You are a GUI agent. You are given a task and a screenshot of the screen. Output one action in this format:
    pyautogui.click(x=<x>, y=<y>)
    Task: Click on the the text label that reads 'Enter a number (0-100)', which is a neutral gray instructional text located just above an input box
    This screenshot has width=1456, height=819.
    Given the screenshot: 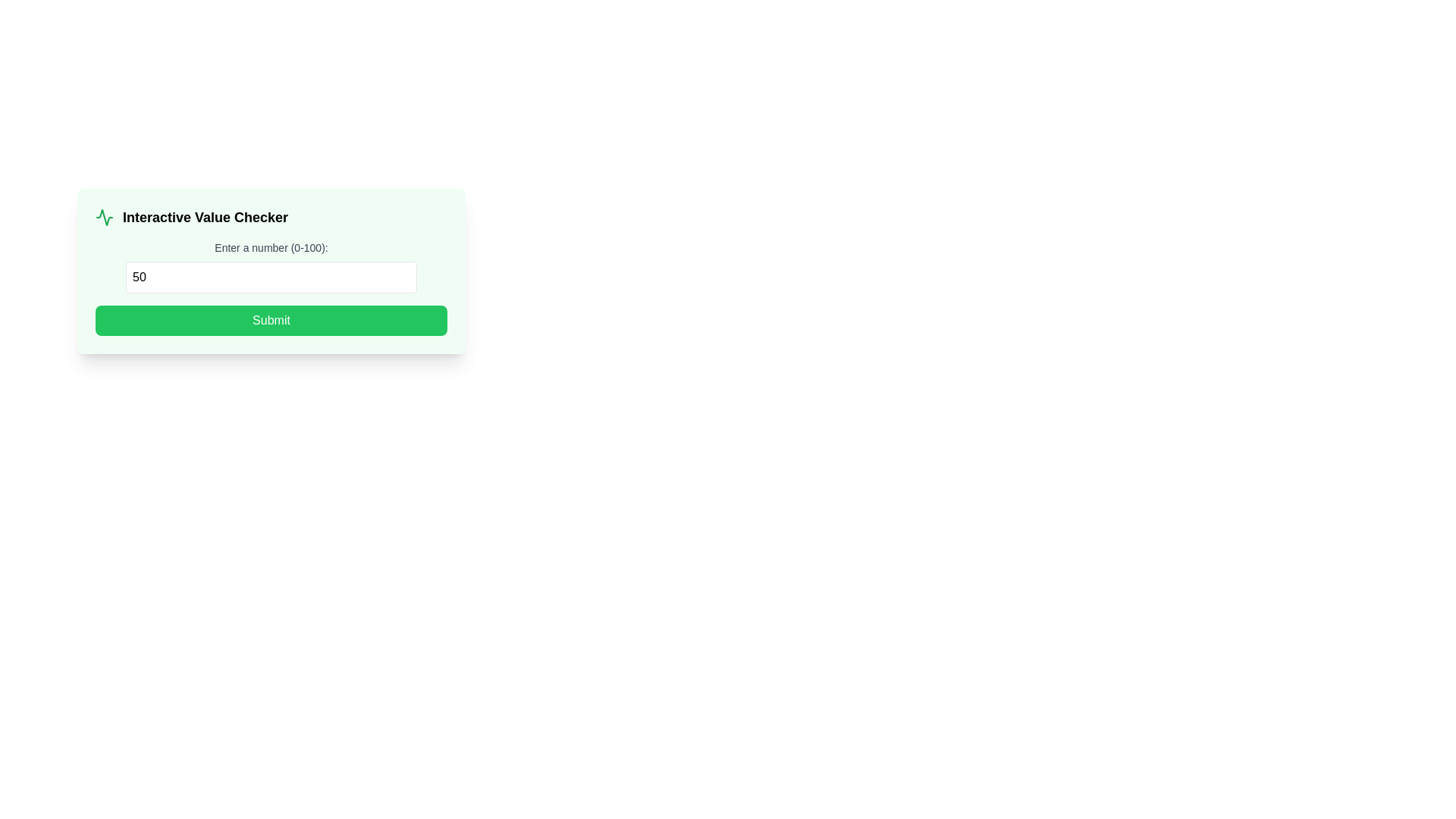 What is the action you would take?
    pyautogui.click(x=271, y=247)
    